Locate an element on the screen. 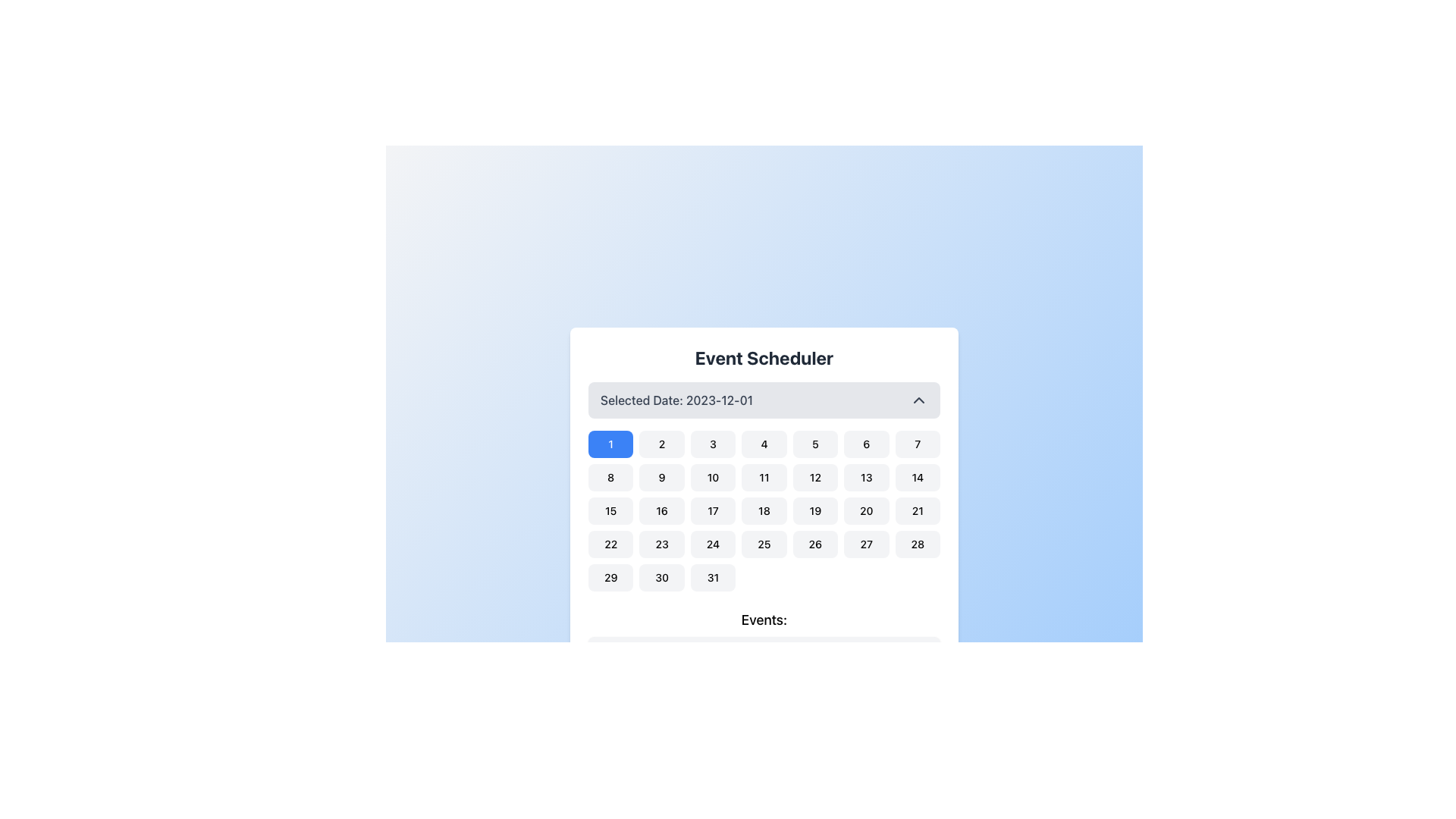 The height and width of the screenshot is (819, 1456). the rounded rectangular button with a light gray background and a black numeral '12' in the center is located at coordinates (814, 476).